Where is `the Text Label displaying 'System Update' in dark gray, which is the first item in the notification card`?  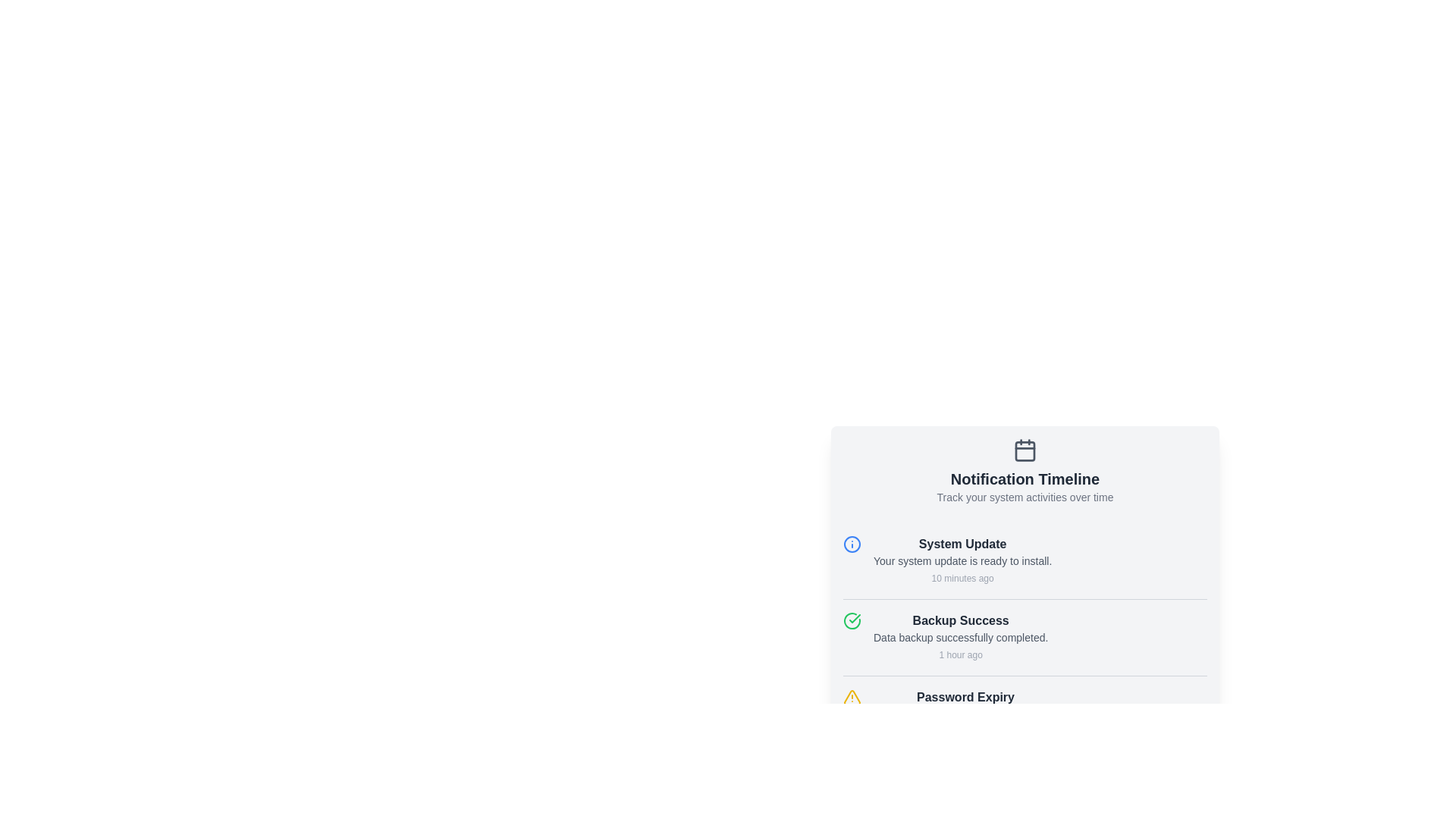
the Text Label displaying 'System Update' in dark gray, which is the first item in the notification card is located at coordinates (962, 543).